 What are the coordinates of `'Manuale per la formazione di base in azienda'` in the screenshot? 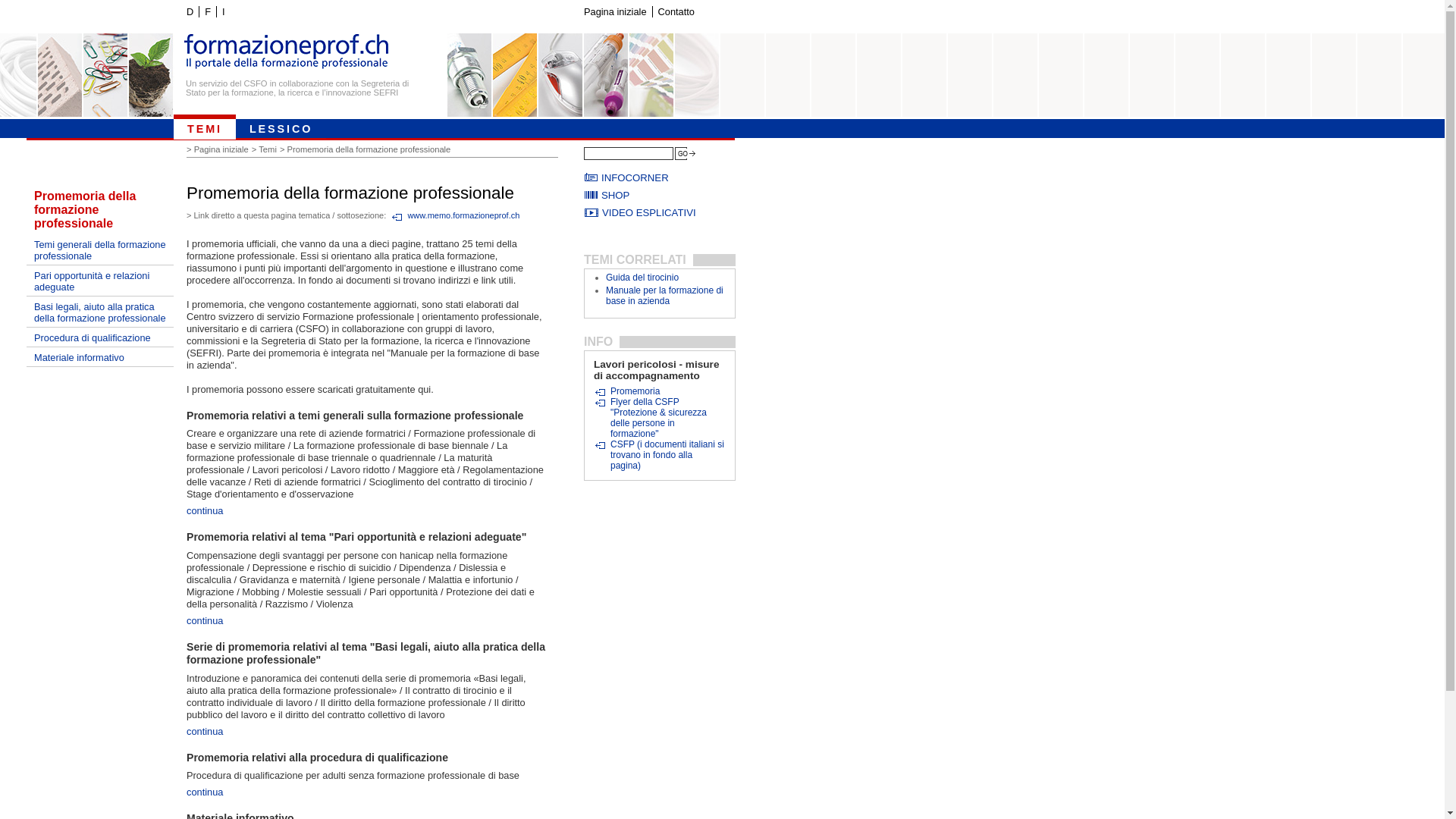 It's located at (664, 295).